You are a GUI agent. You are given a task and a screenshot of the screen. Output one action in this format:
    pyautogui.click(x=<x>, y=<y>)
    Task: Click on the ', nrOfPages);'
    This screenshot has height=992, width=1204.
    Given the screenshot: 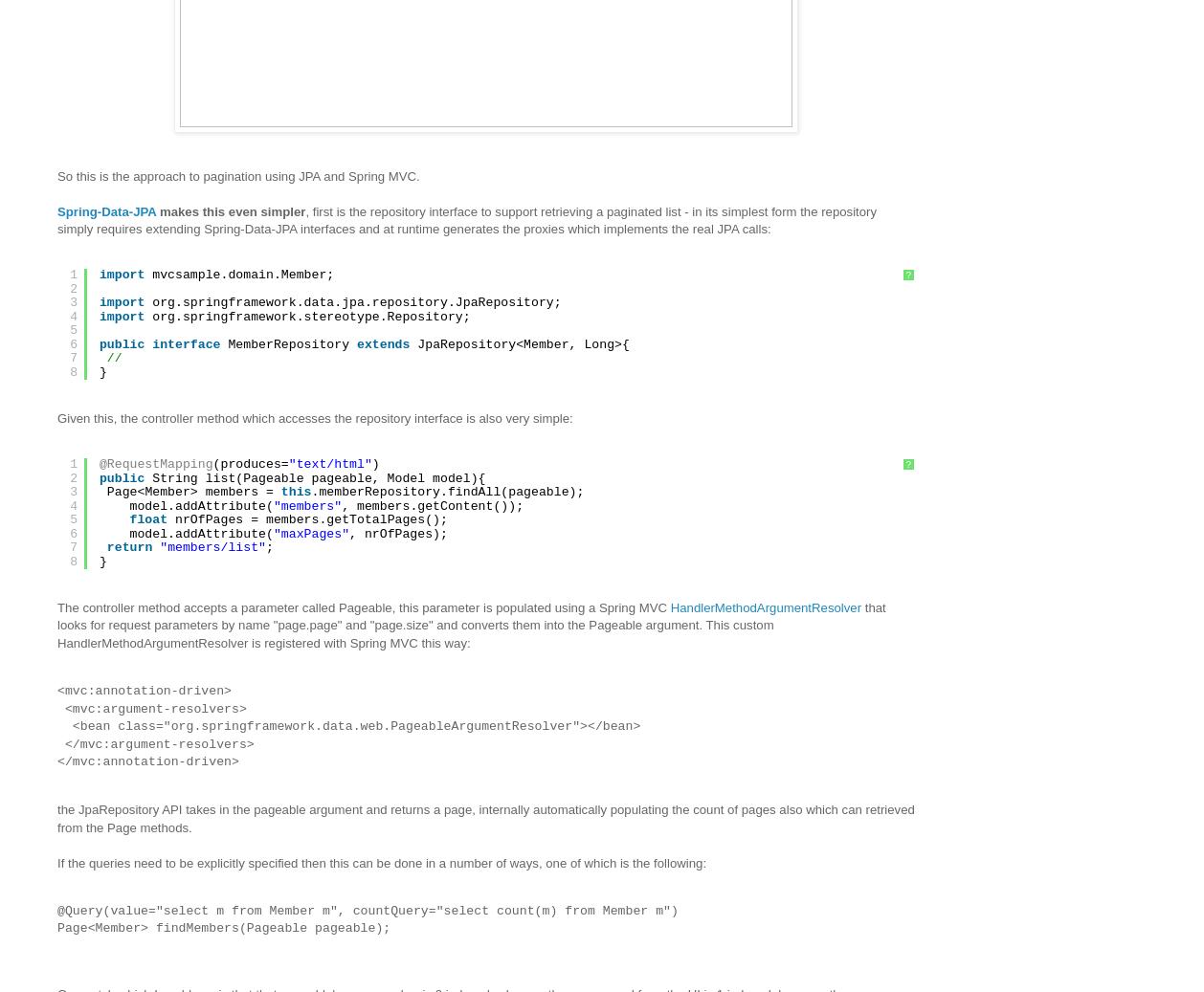 What is the action you would take?
    pyautogui.click(x=397, y=533)
    